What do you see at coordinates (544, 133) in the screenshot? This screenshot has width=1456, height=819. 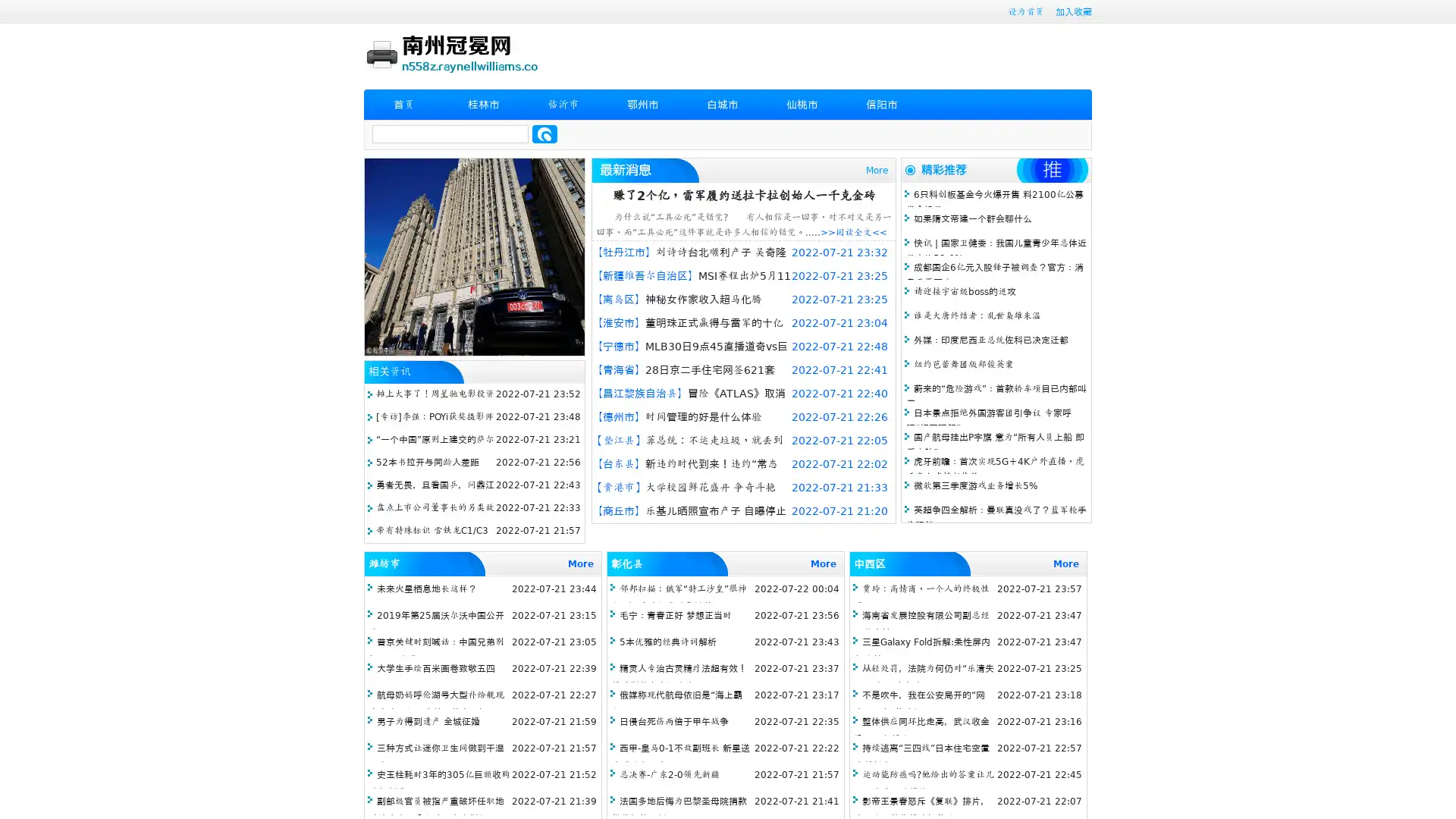 I see `Search` at bounding box center [544, 133].